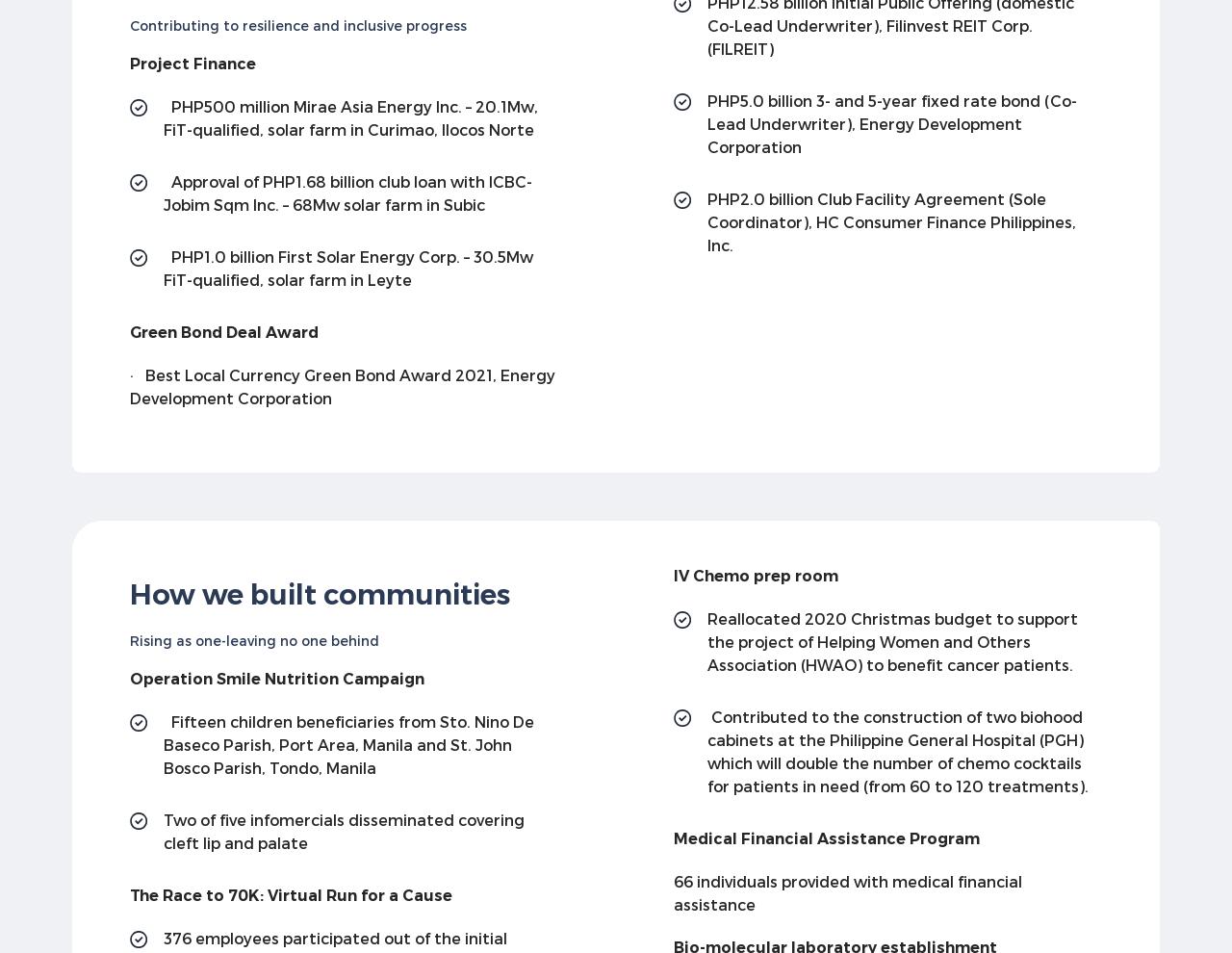 The image size is (1232, 953). What do you see at coordinates (223, 330) in the screenshot?
I see `'Green Bond Deal Award'` at bounding box center [223, 330].